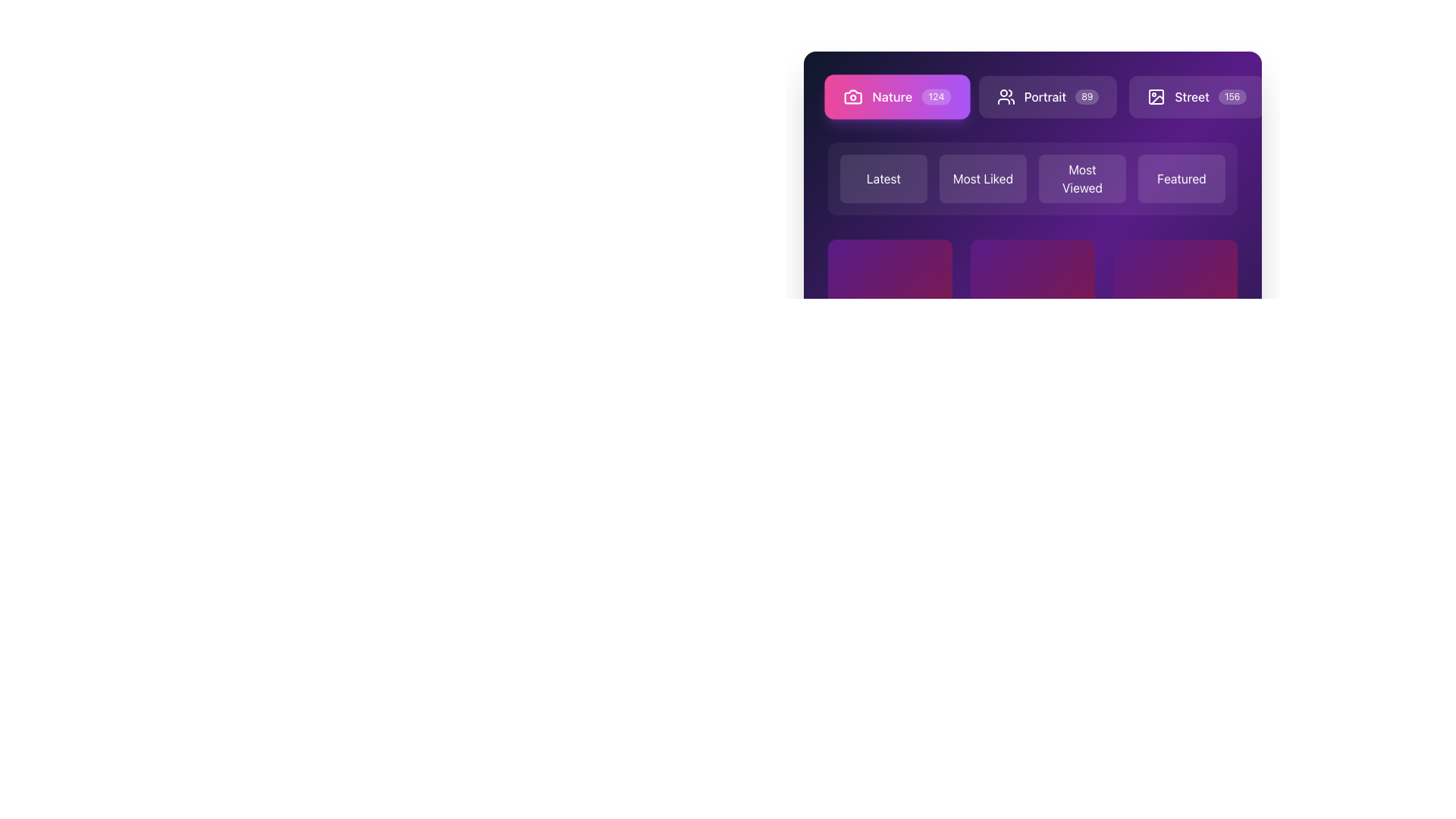 The image size is (1456, 819). I want to click on the Count badge, which is a small capsule-shaped badge with the number '156' in white text, located to the right of the 'Street' button in the top-right corner of the interface, so click(1232, 96).